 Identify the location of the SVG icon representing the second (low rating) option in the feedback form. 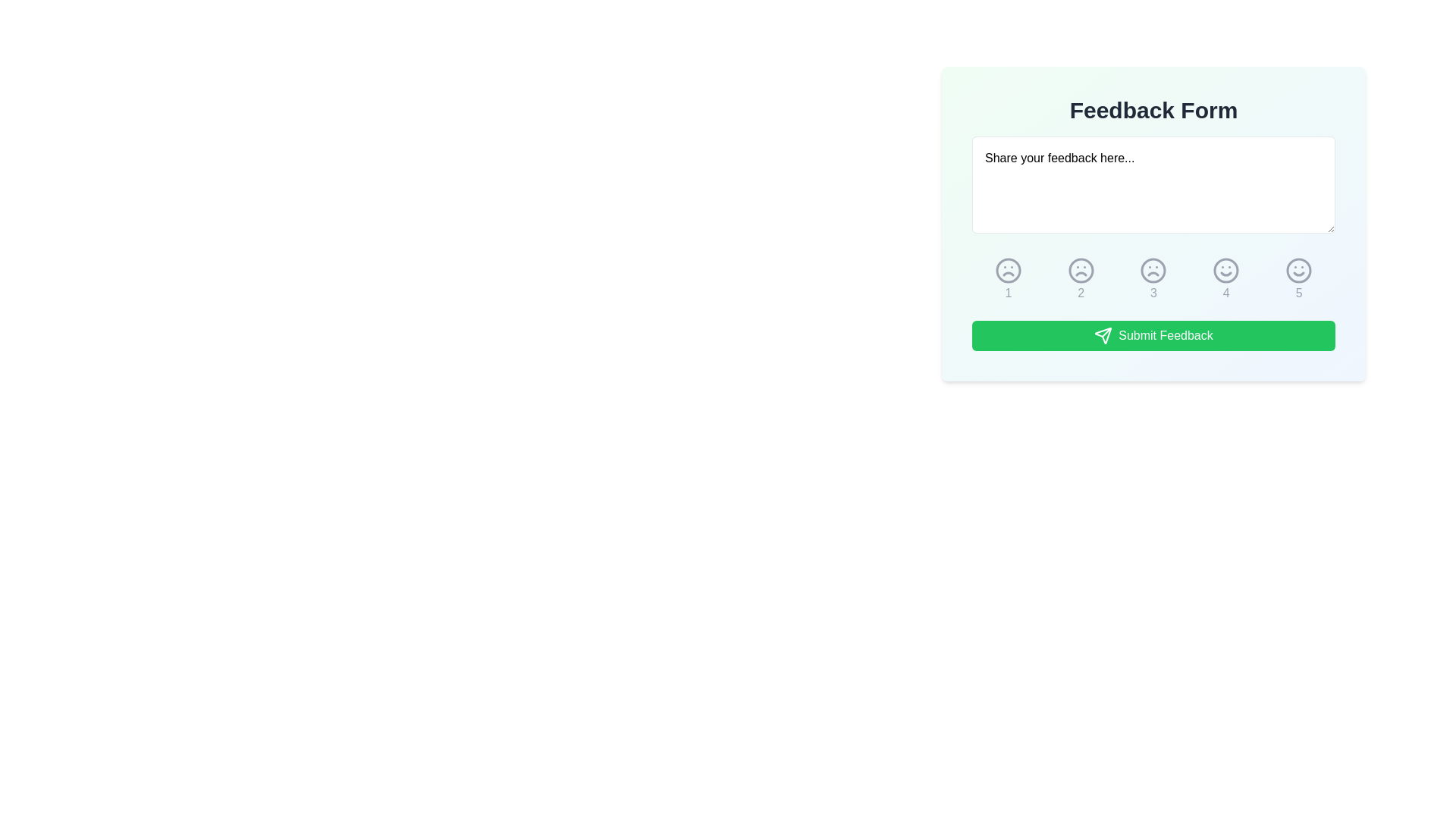
(1080, 270).